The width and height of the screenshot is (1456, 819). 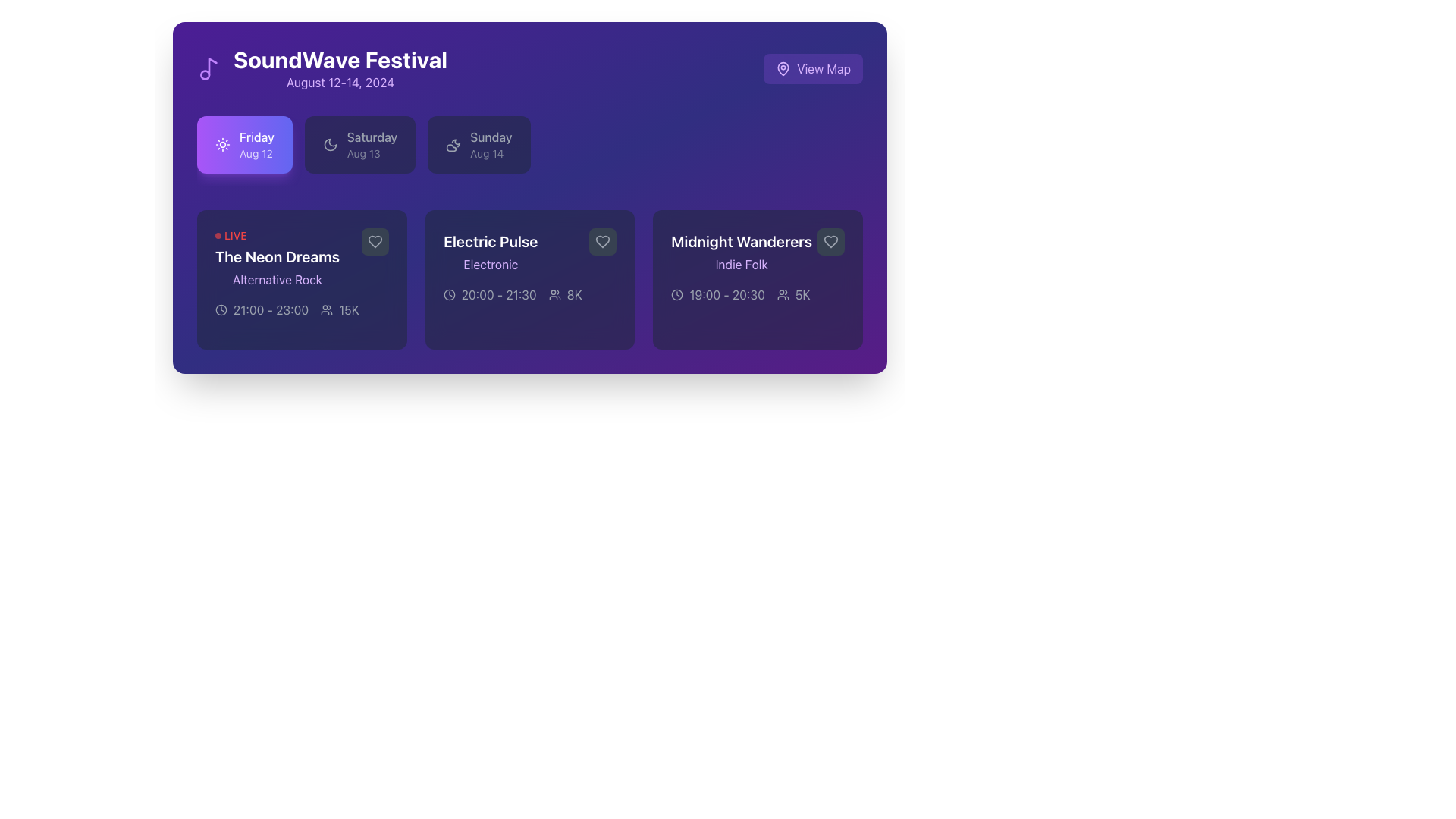 I want to click on information for the Informative label displaying the time range '20:00 - 21:30' and visitor count '8K' located in the 'Electric Pulse' section under 'Friday Aug 12', so click(x=530, y=295).